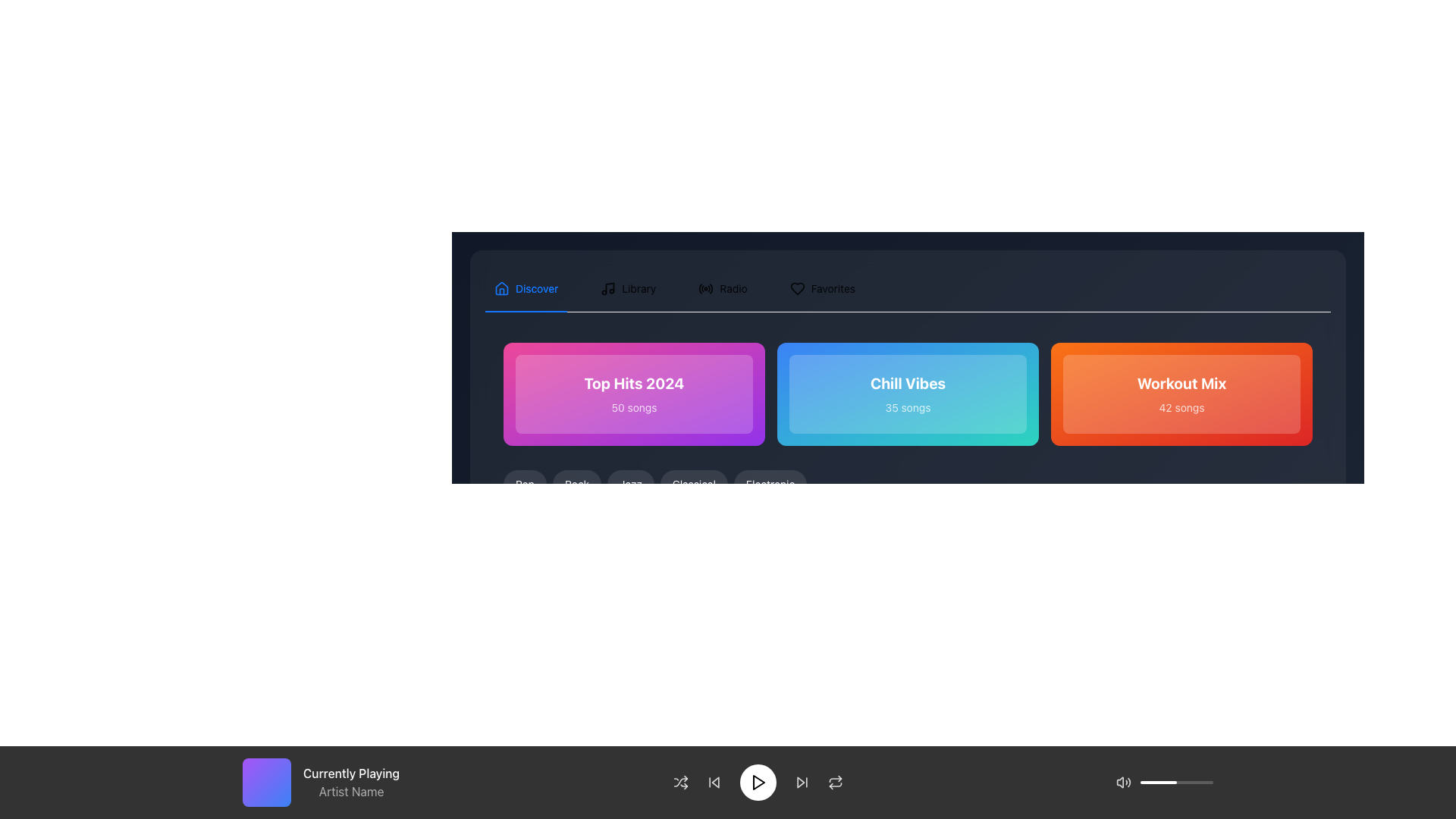  I want to click on the text label displaying 'Currently Playing' which is prominently shown in white against a dark background, located above 'Artist Name' and adjacent to a gradient-colored square icon, so click(350, 773).